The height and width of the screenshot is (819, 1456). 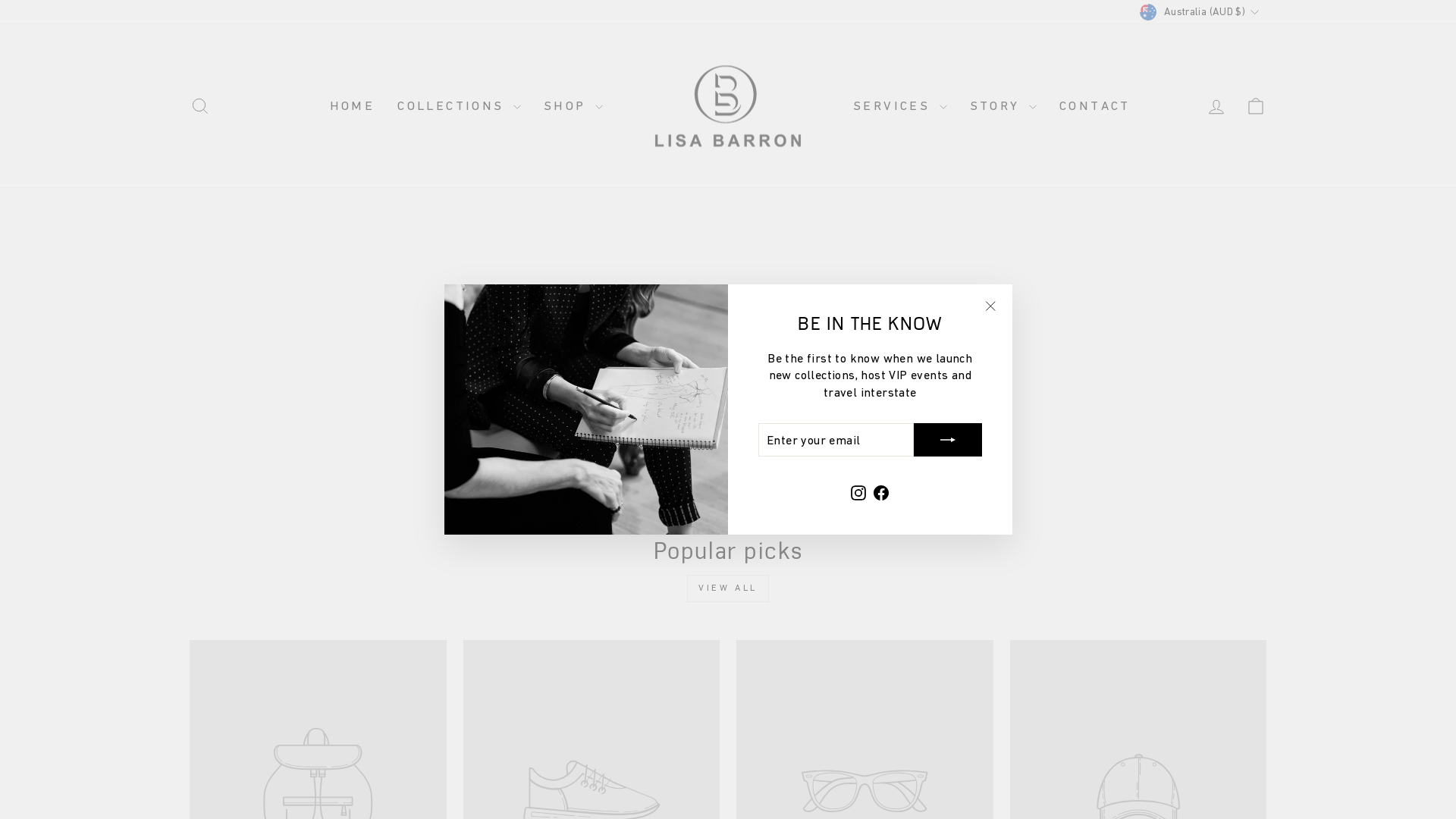 I want to click on 'icon-X, so click(x=990, y=306).